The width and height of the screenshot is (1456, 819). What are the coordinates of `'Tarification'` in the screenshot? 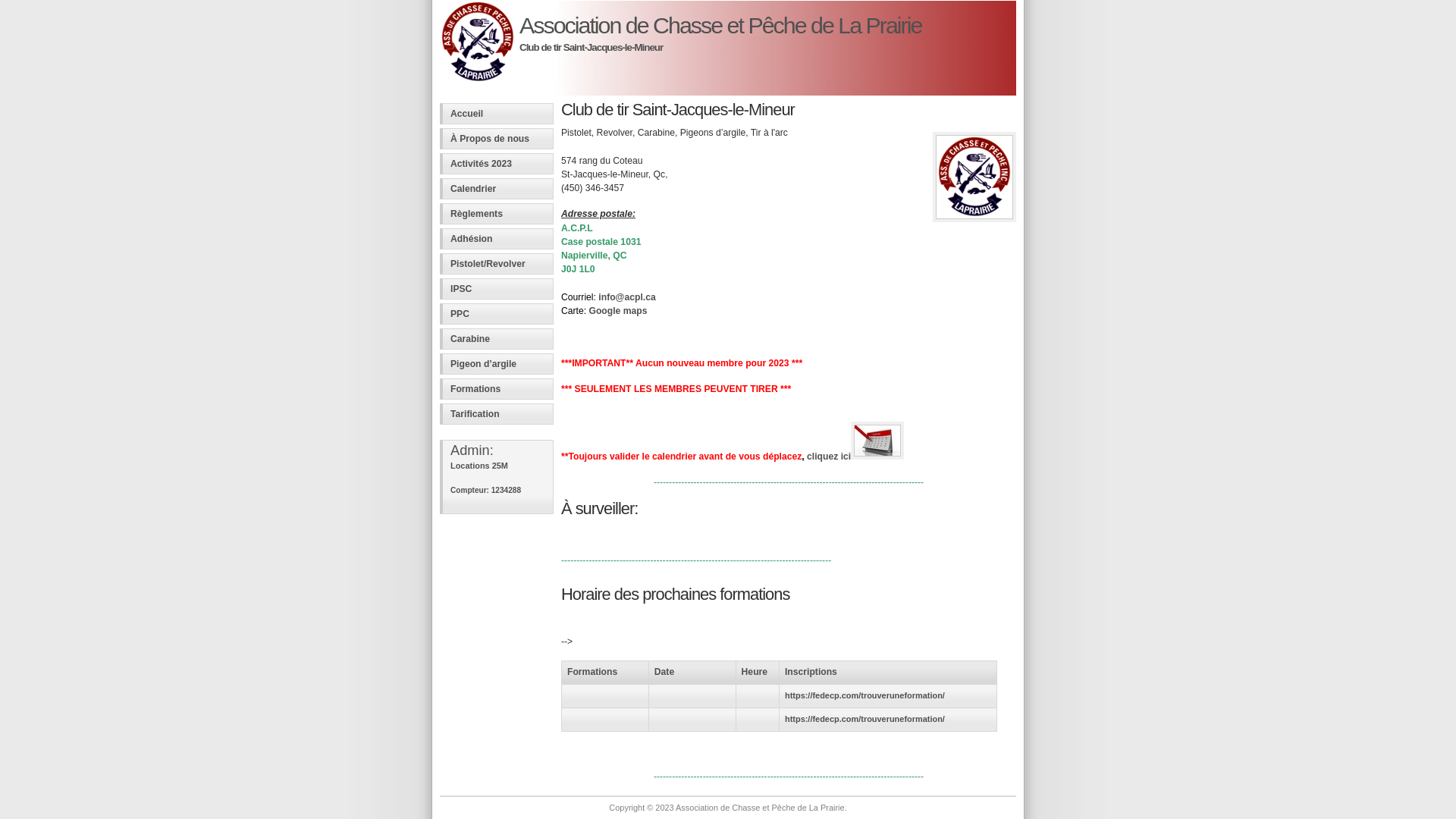 It's located at (496, 414).